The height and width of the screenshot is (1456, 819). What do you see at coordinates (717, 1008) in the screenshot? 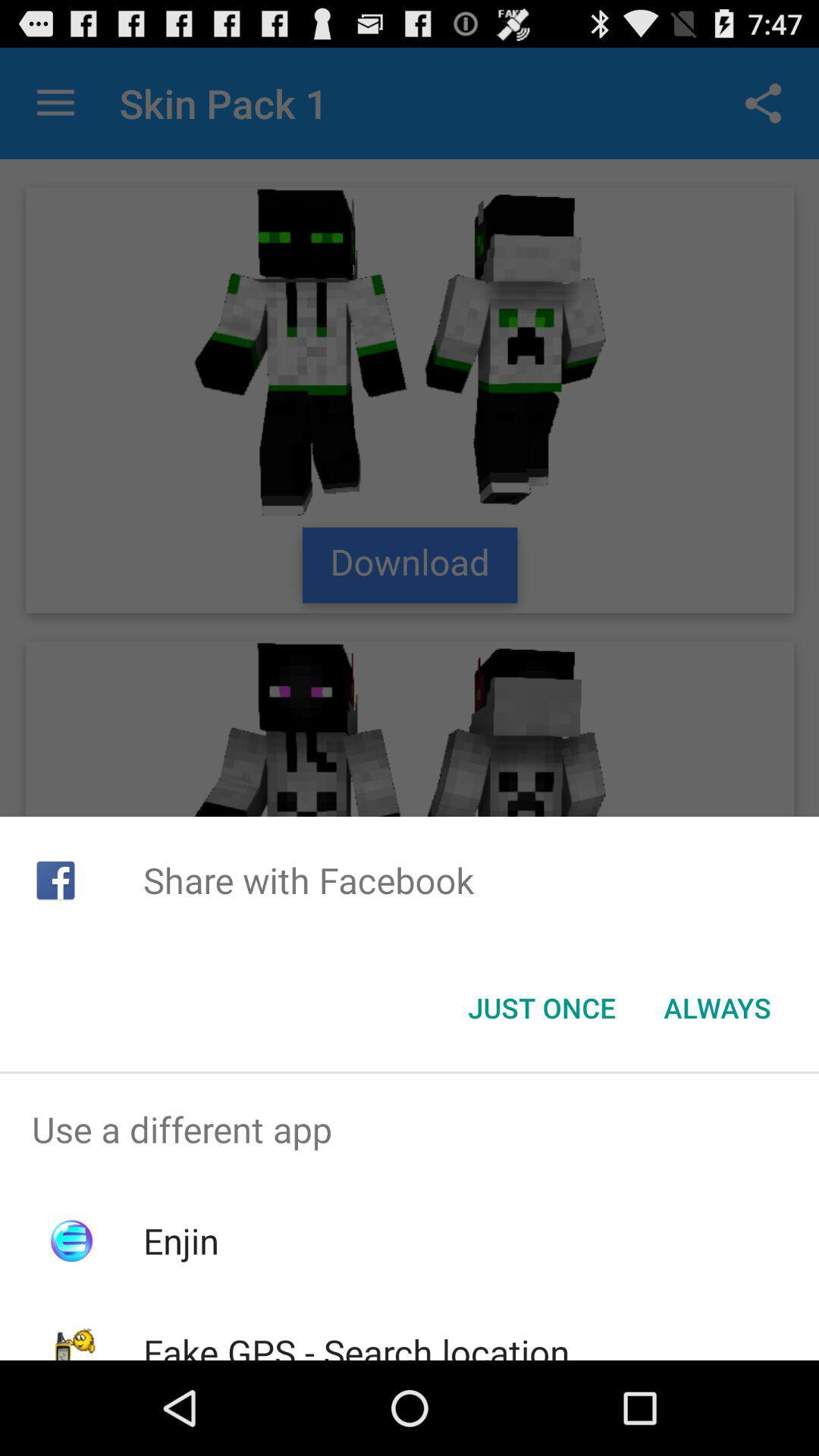
I see `button to the right of just once button` at bounding box center [717, 1008].